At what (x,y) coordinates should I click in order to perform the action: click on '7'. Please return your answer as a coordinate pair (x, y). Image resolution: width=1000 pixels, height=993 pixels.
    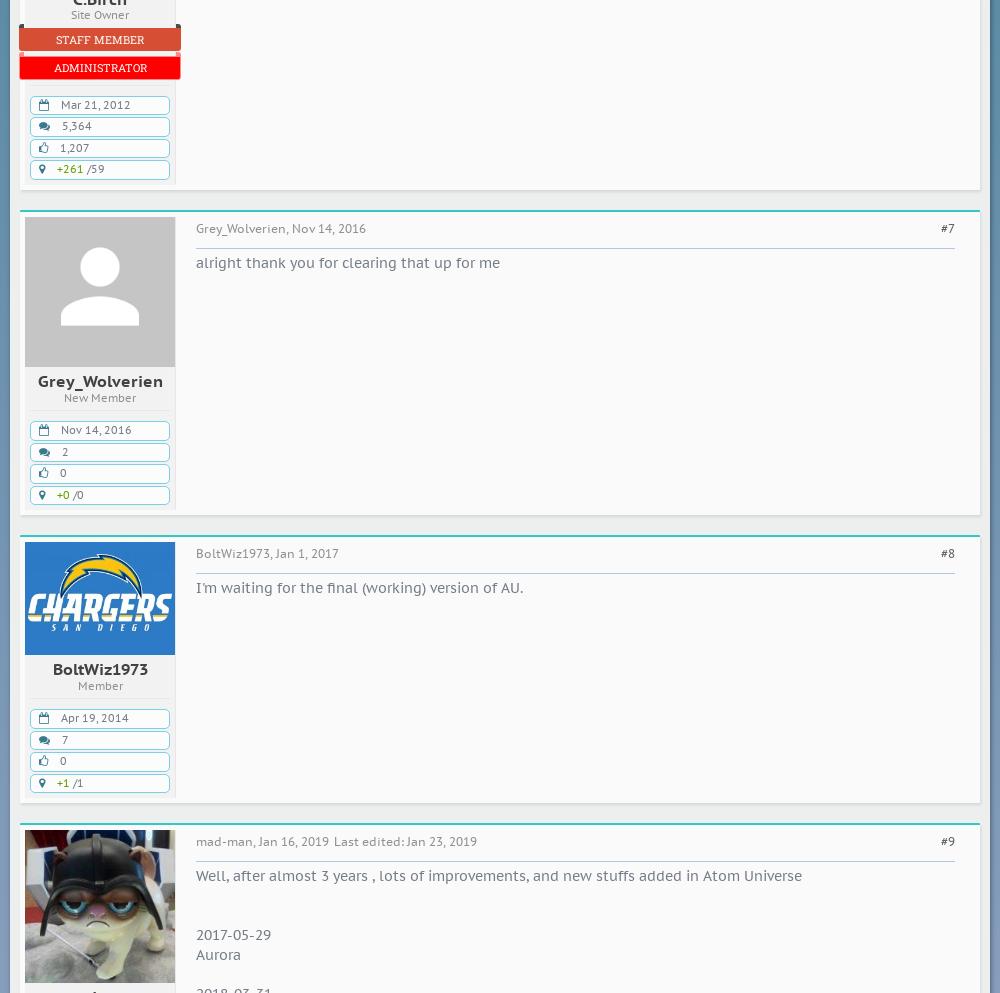
    Looking at the image, I should click on (64, 738).